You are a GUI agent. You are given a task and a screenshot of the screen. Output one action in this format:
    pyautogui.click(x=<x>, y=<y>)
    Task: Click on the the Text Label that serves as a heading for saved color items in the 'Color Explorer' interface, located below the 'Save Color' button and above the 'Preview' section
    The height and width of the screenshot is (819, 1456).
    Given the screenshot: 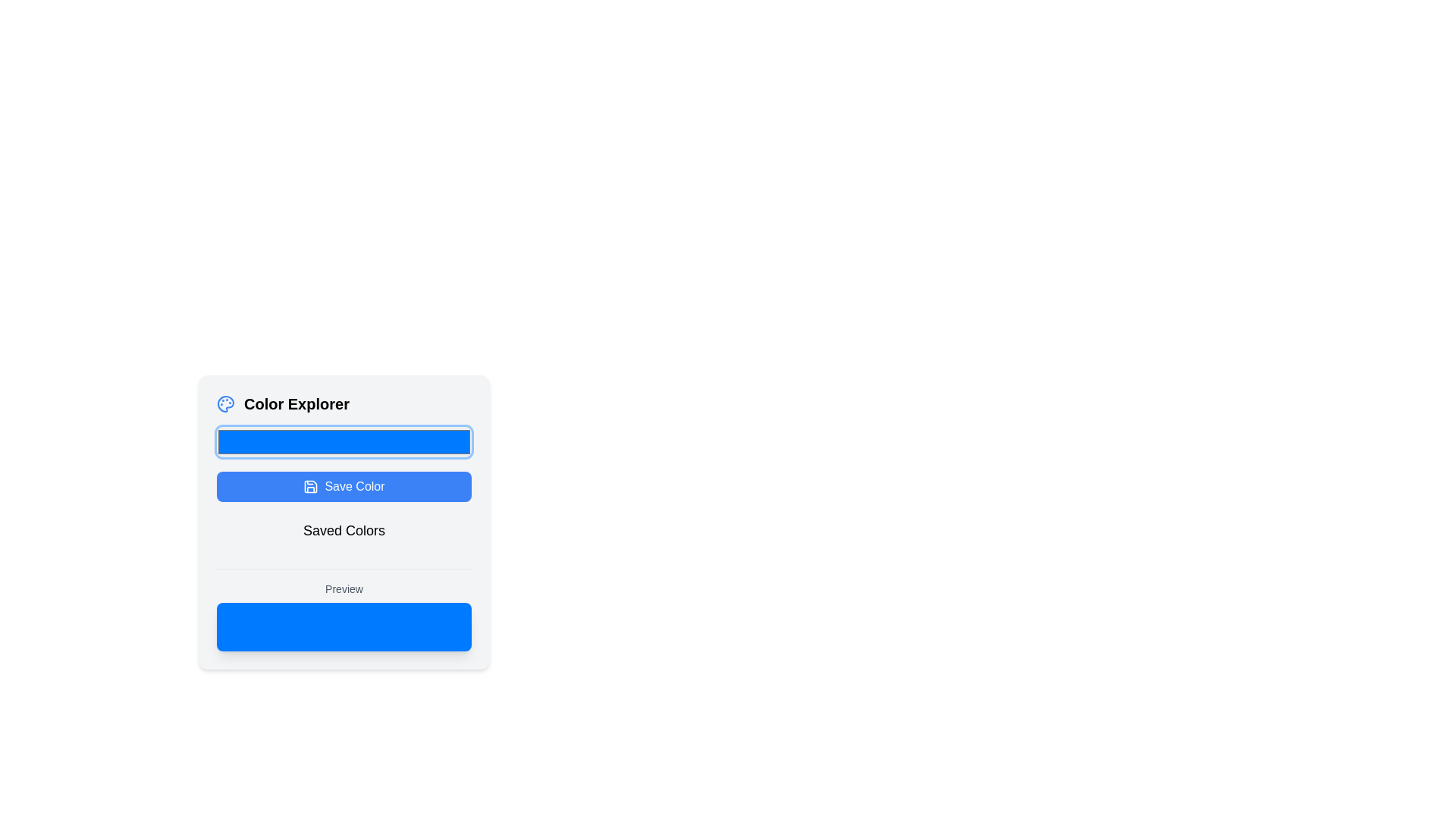 What is the action you would take?
    pyautogui.click(x=344, y=534)
    